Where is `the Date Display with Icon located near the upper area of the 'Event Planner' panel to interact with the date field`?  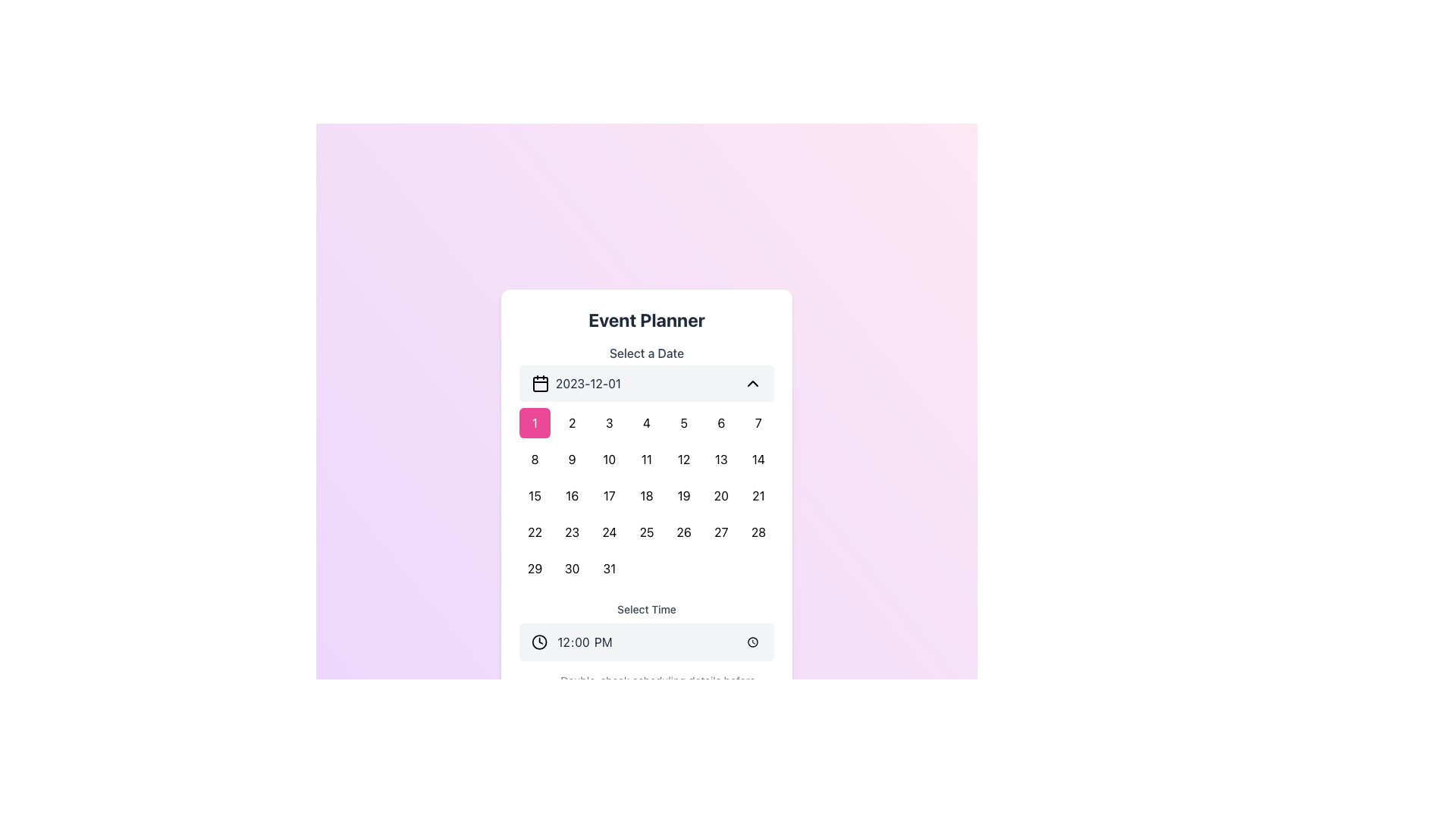 the Date Display with Icon located near the upper area of the 'Event Planner' panel to interact with the date field is located at coordinates (575, 382).